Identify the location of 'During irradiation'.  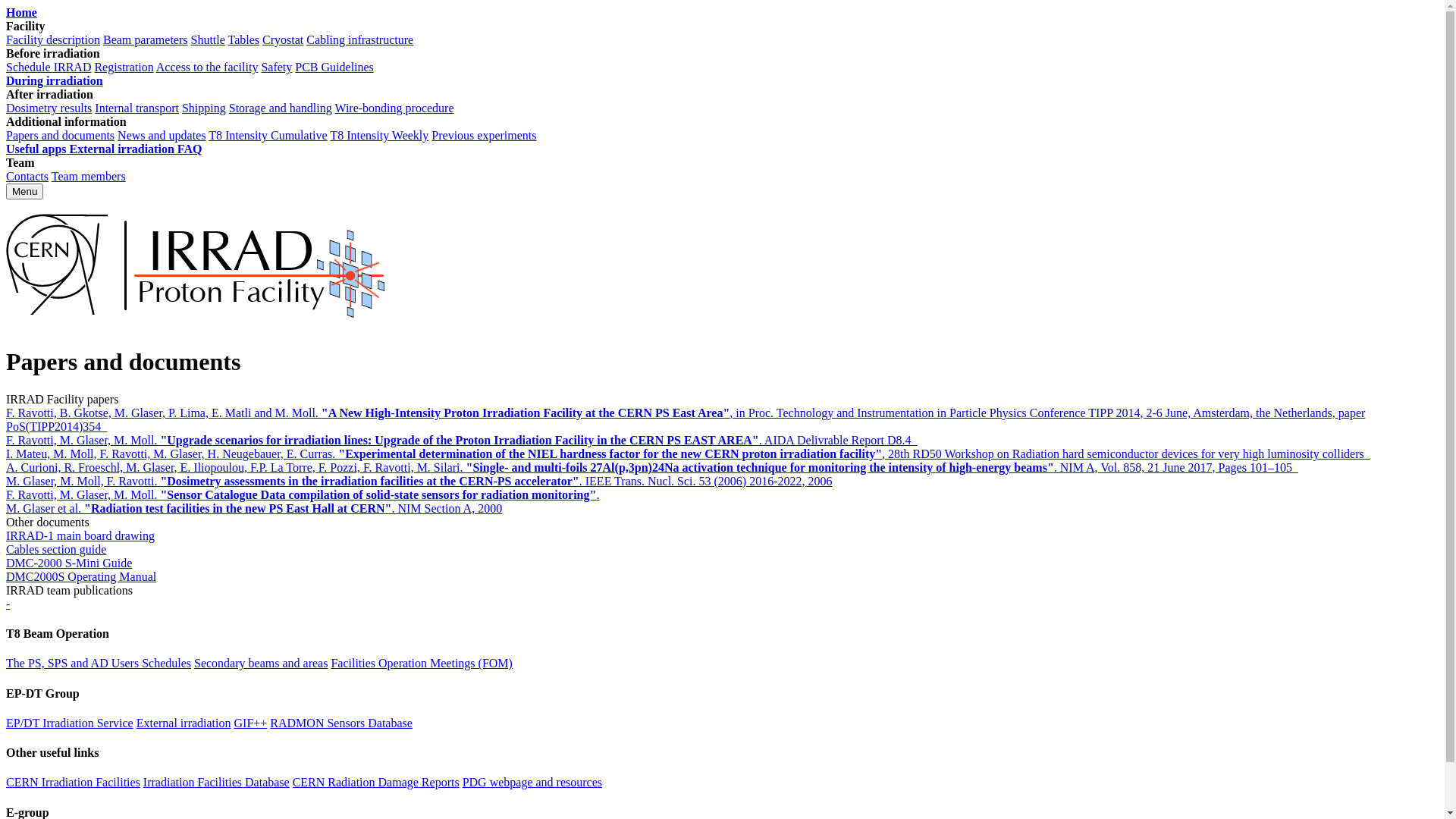
(55, 80).